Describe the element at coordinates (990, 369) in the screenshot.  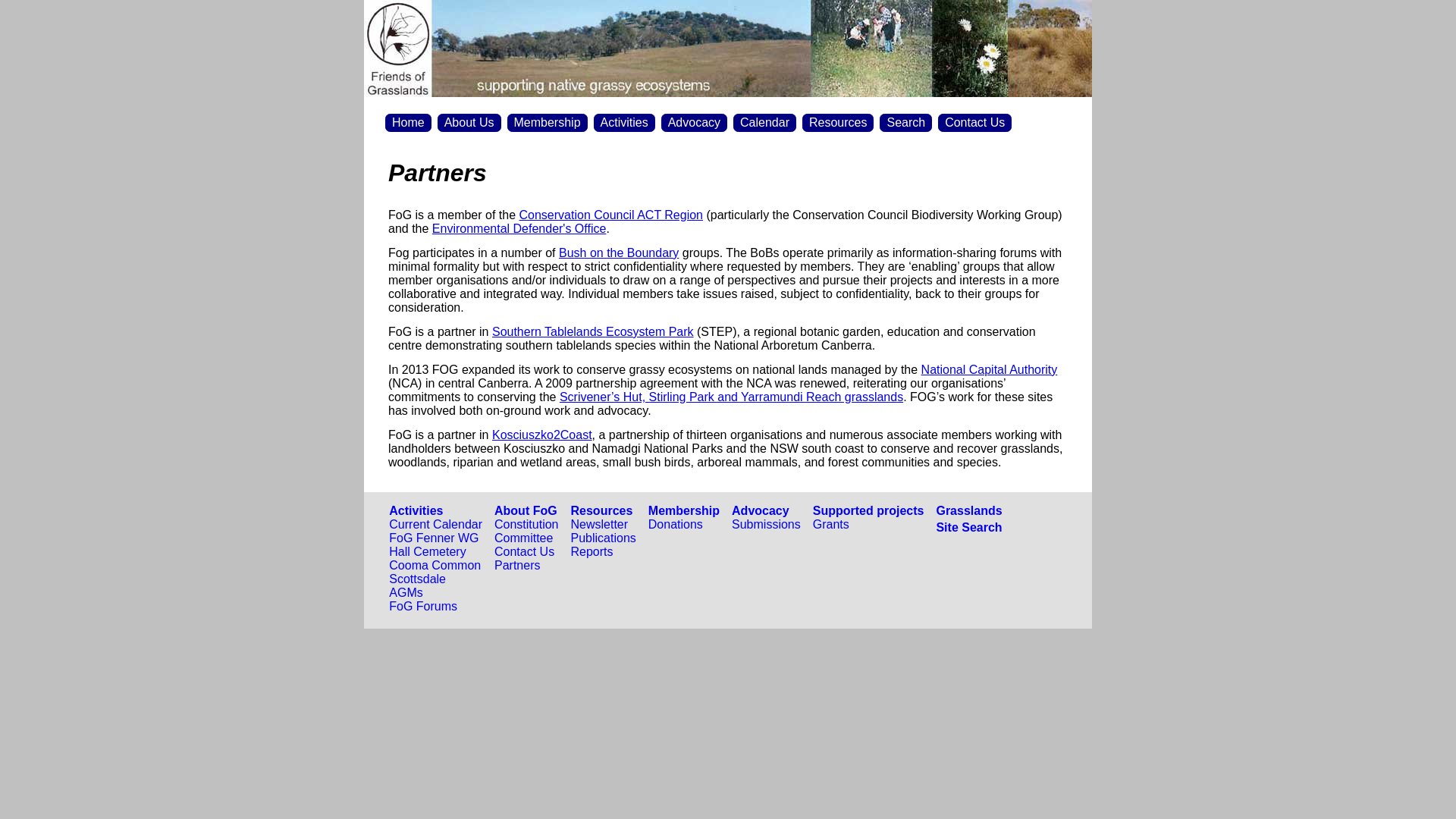
I see `'National Capital Authority'` at that location.